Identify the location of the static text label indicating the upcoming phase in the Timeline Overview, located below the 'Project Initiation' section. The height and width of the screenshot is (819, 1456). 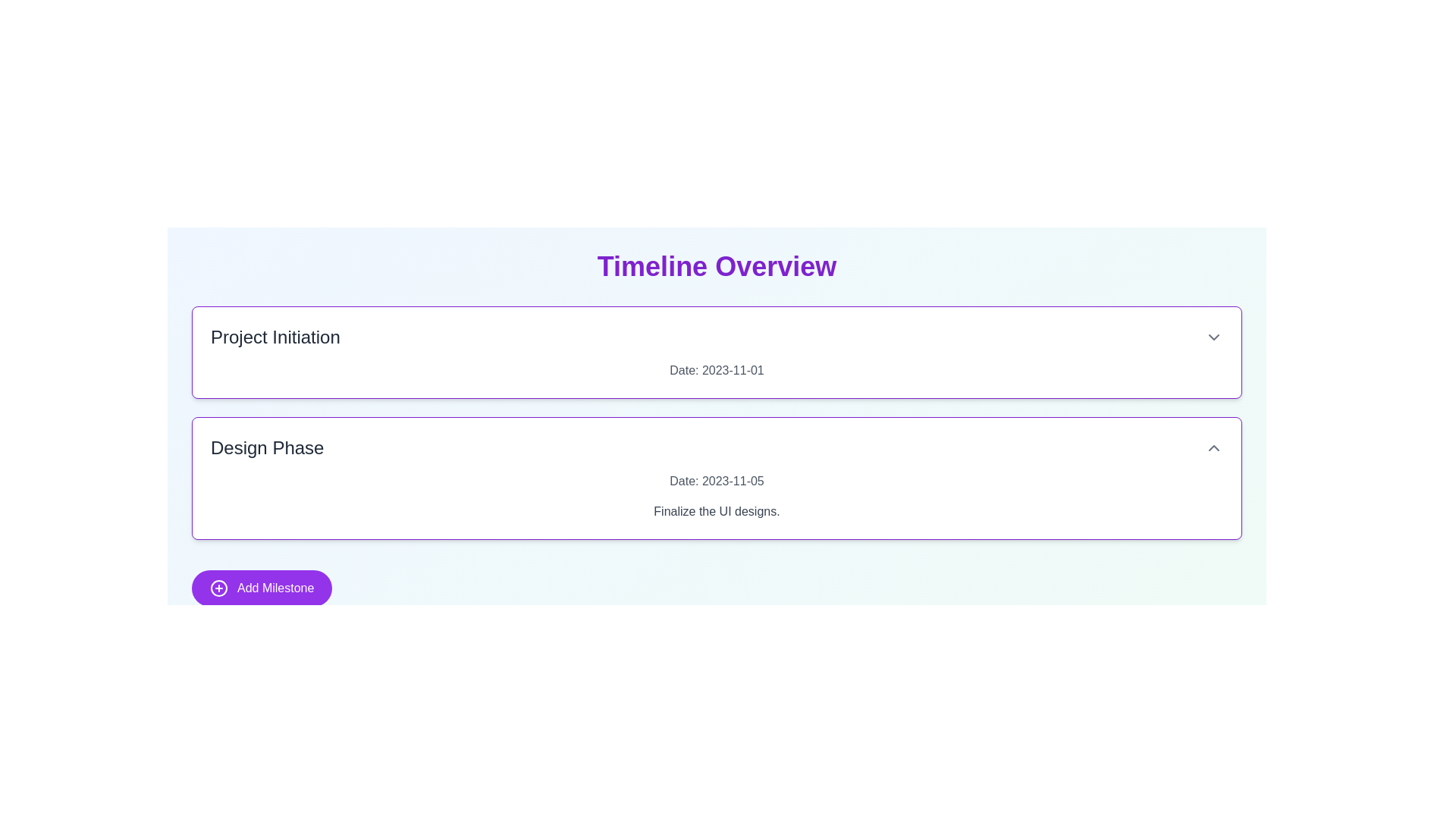
(267, 447).